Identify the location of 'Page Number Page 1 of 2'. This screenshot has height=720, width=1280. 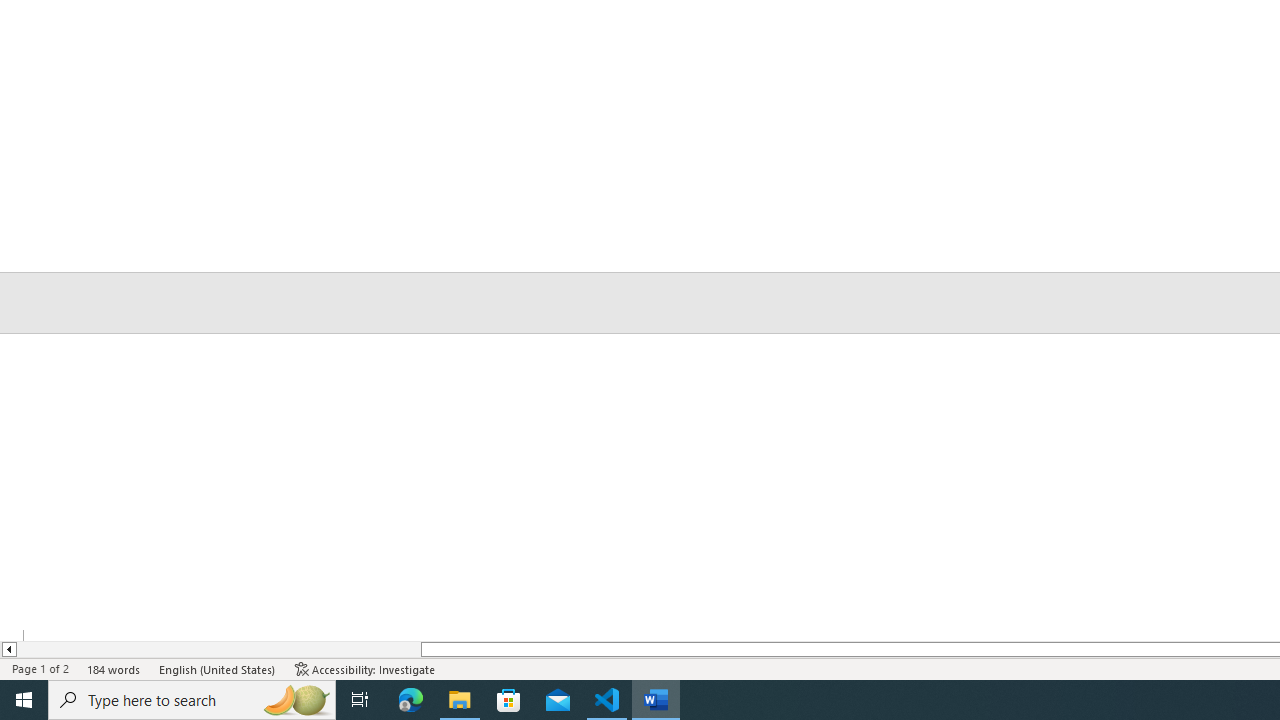
(40, 669).